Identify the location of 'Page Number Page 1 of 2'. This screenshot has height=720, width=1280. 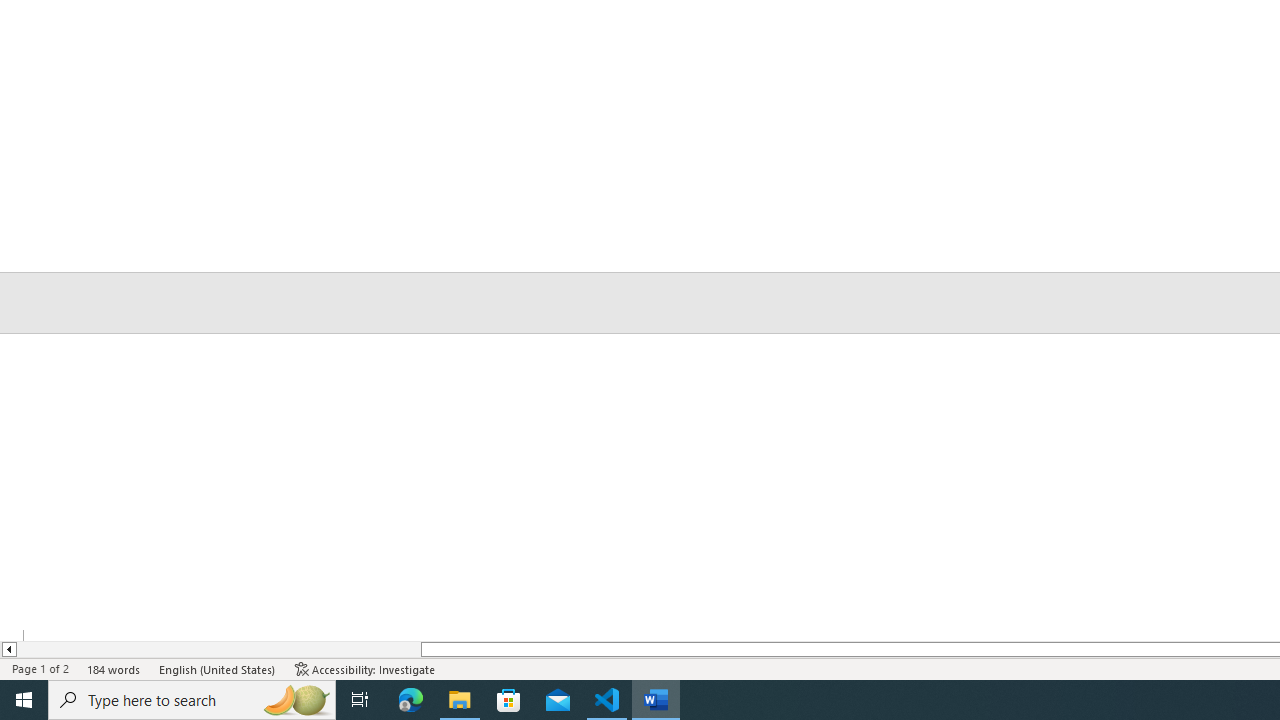
(40, 669).